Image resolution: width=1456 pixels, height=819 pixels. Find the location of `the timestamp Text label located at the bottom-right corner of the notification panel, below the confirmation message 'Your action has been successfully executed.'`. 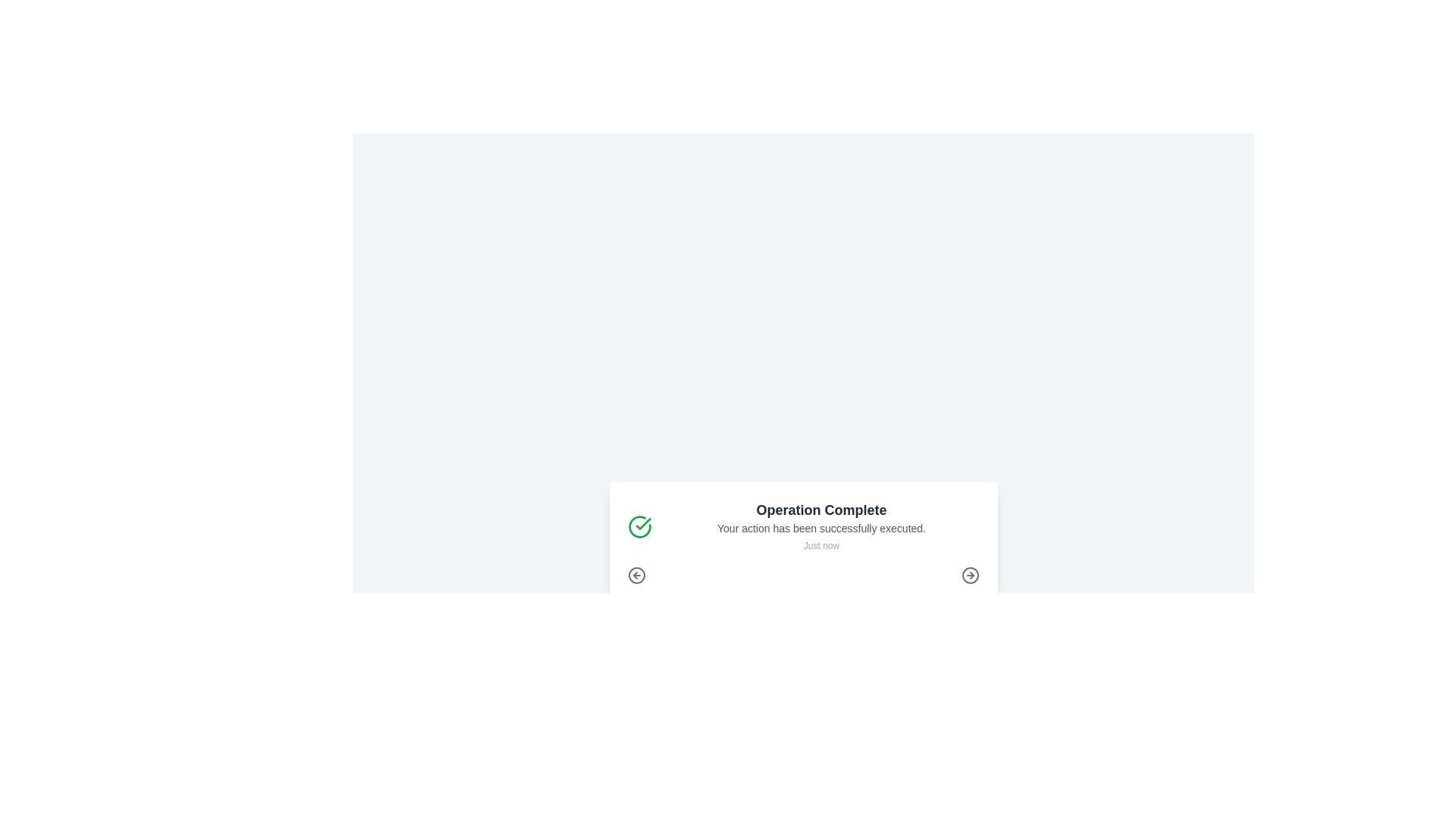

the timestamp Text label located at the bottom-right corner of the notification panel, below the confirmation message 'Your action has been successfully executed.' is located at coordinates (821, 546).